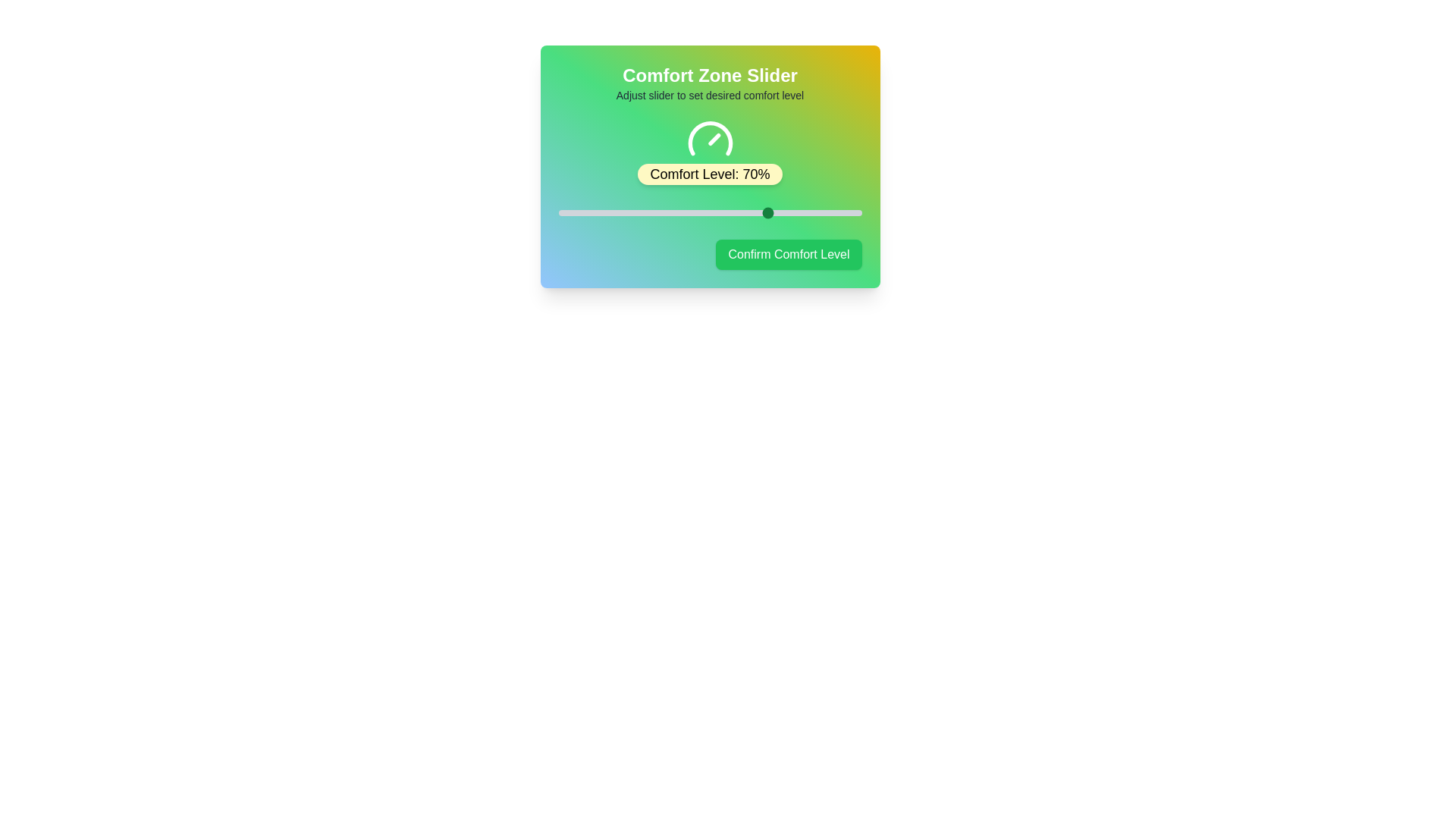 This screenshot has width=1456, height=819. Describe the element at coordinates (600, 213) in the screenshot. I see `the slider to set the comfort level to 14` at that location.